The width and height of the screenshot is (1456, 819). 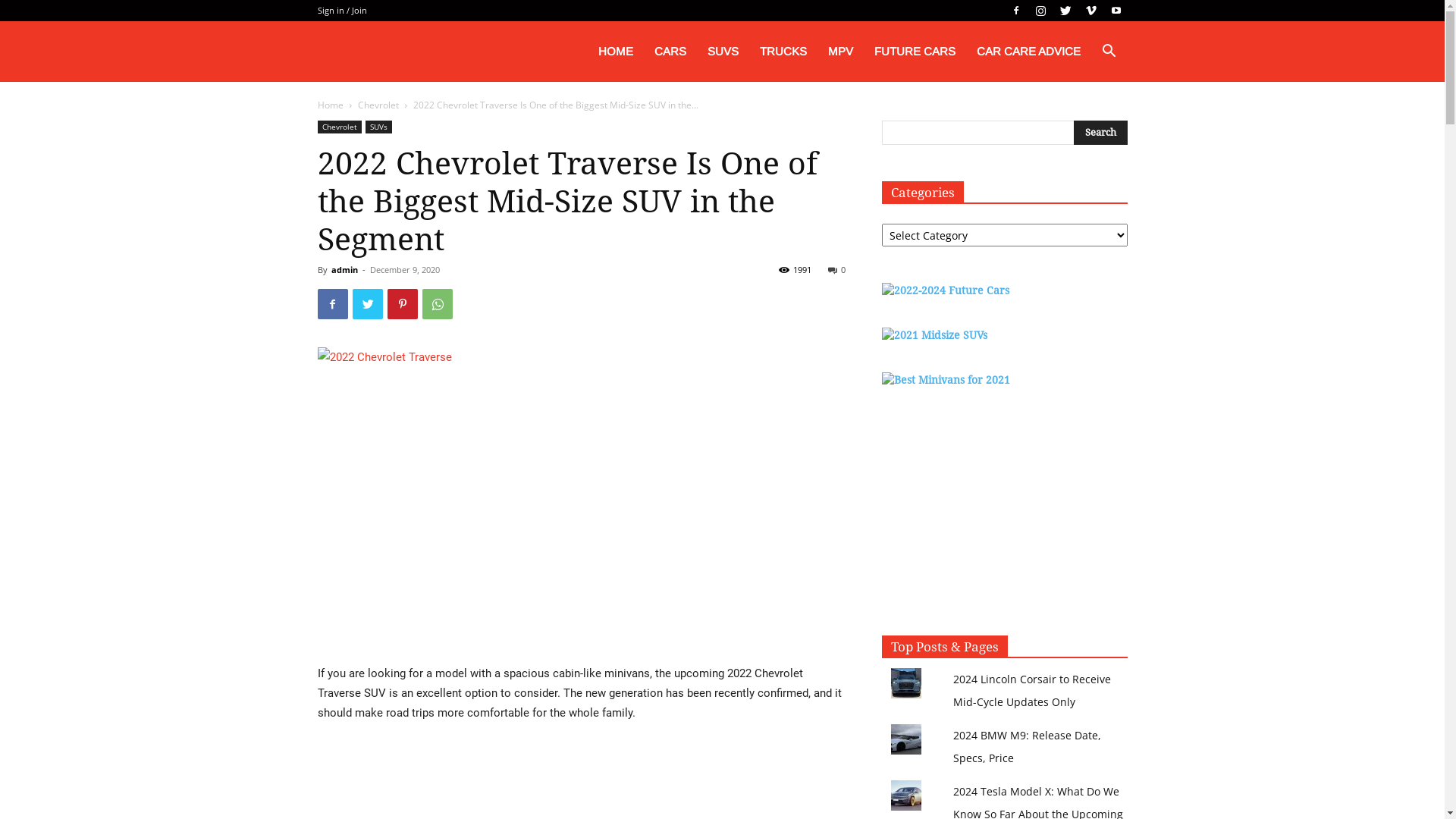 What do you see at coordinates (1065, 11) in the screenshot?
I see `'Twitter'` at bounding box center [1065, 11].